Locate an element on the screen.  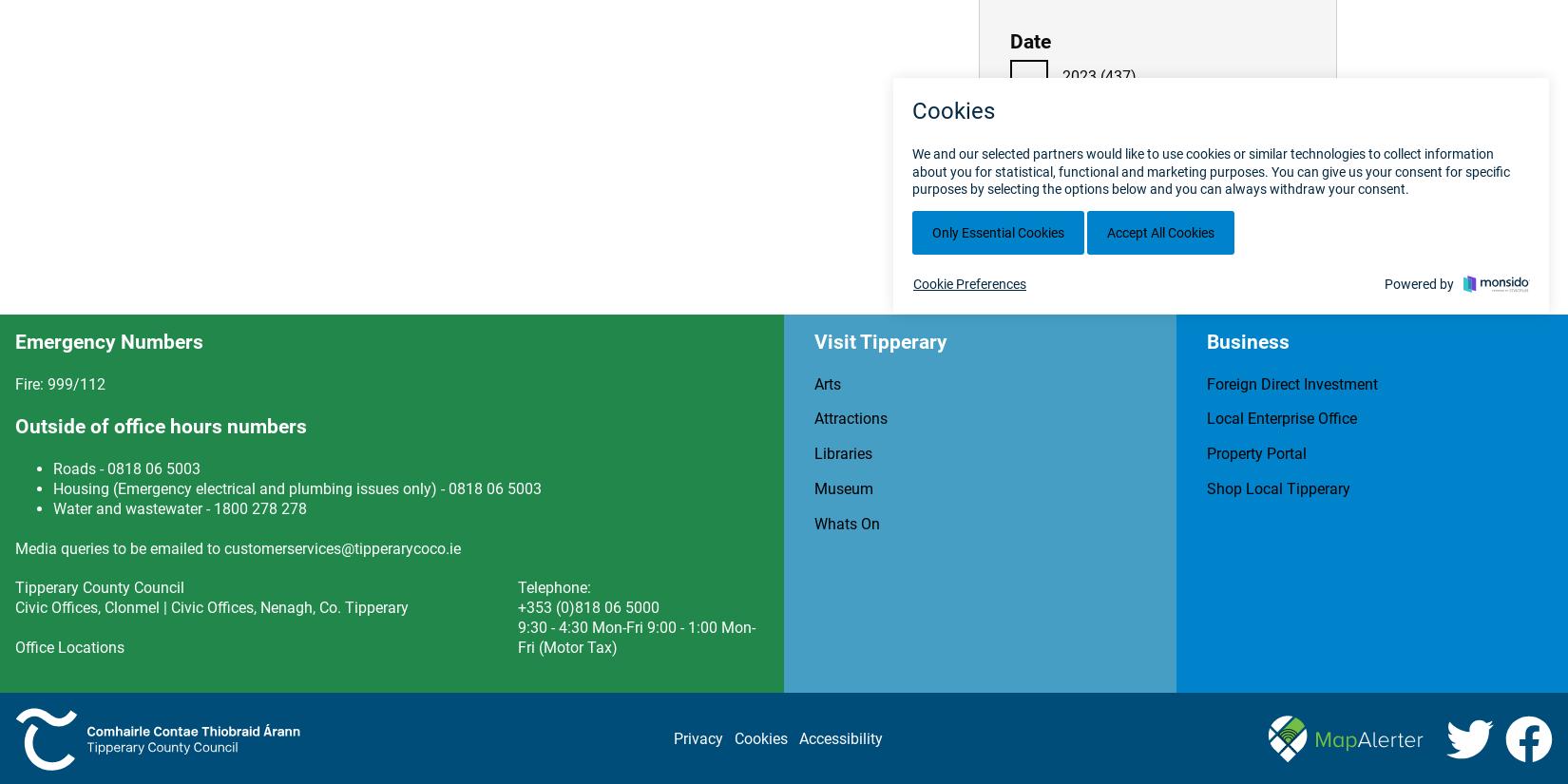
'Arts' is located at coordinates (814, 382).